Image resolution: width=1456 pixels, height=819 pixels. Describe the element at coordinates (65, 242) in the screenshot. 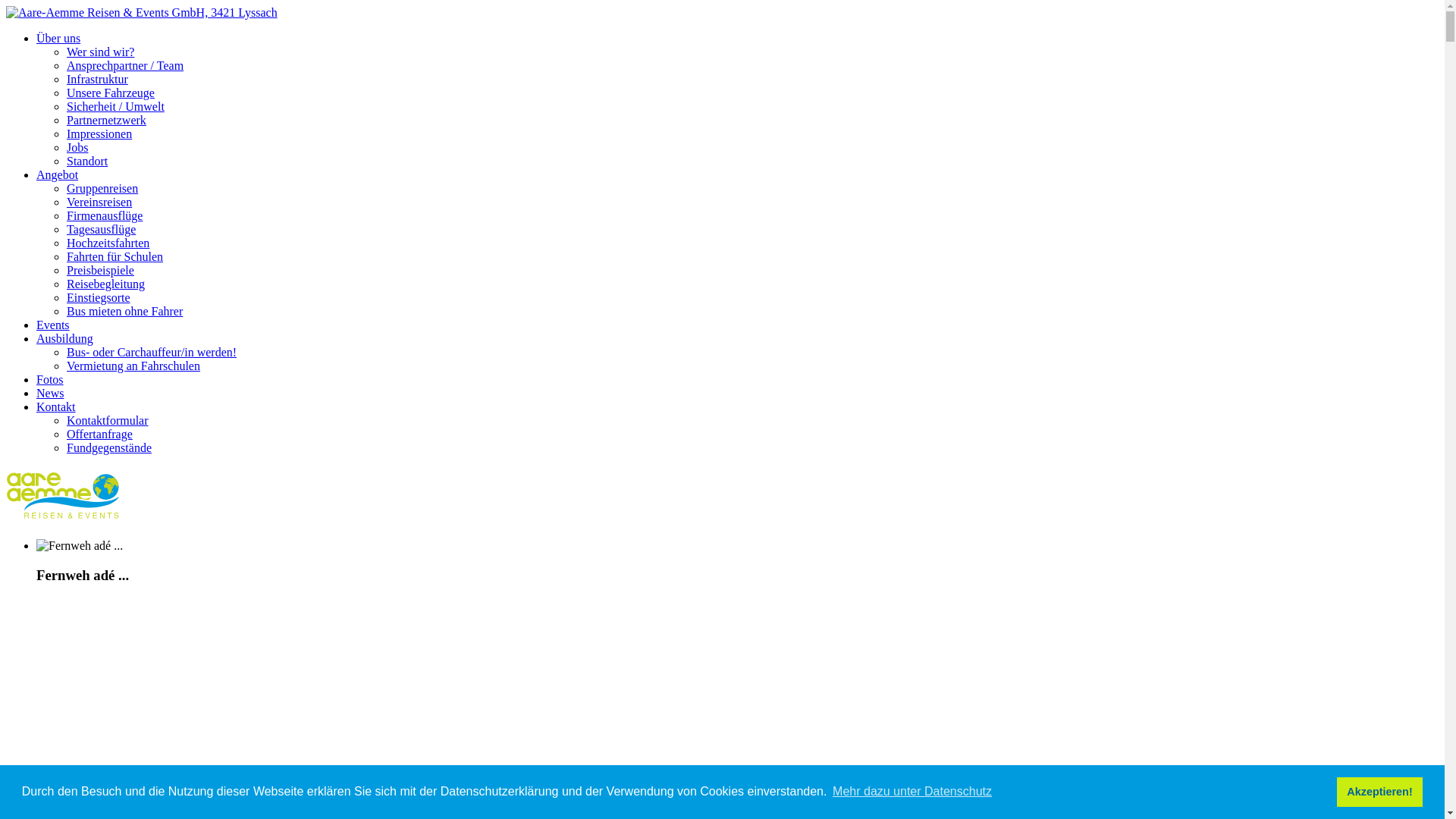

I see `'Hochzeitsfahrten'` at that location.